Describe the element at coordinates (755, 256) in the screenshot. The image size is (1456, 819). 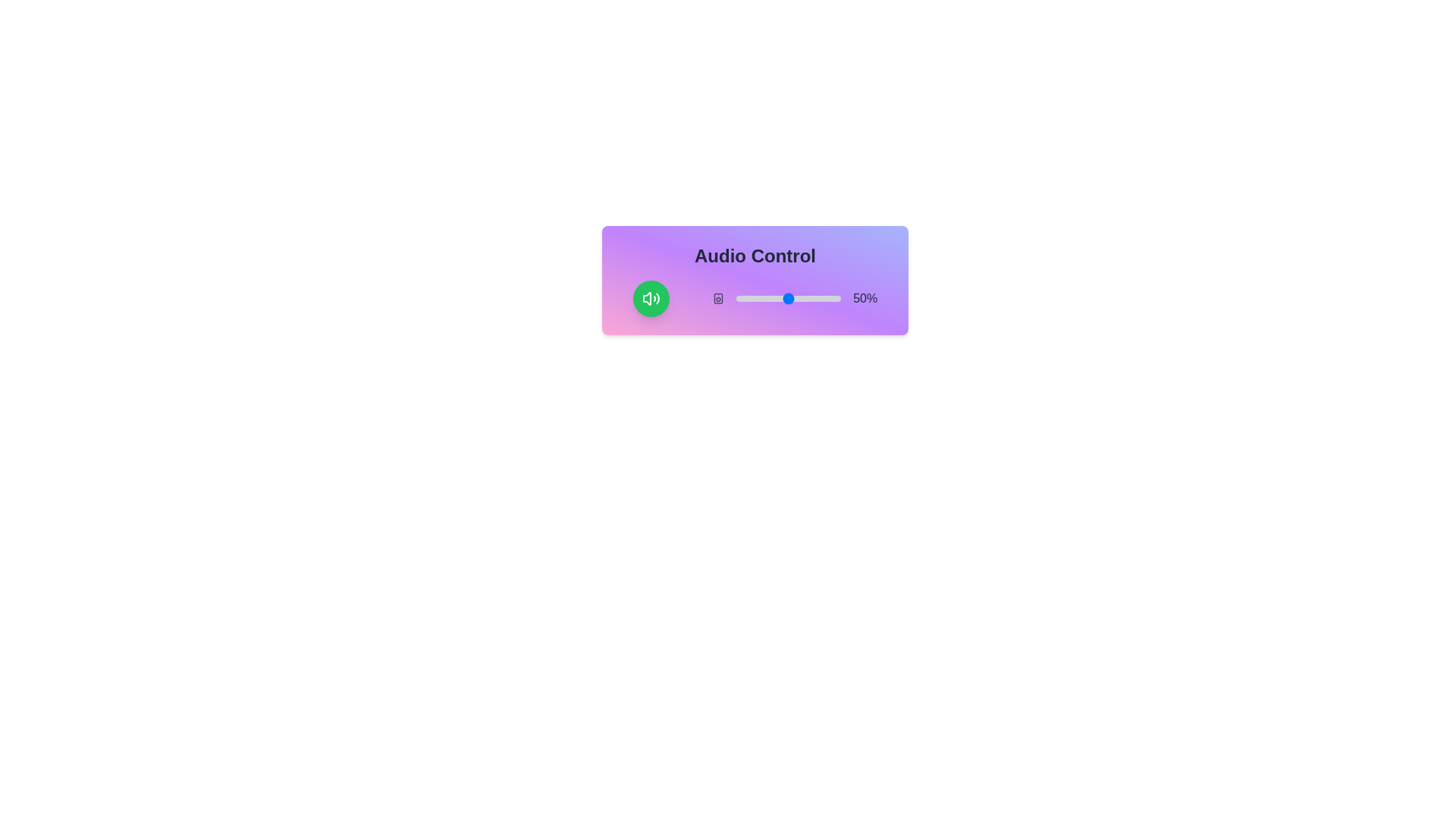
I see `the title text 'Audio Control' displayed in the component` at that location.